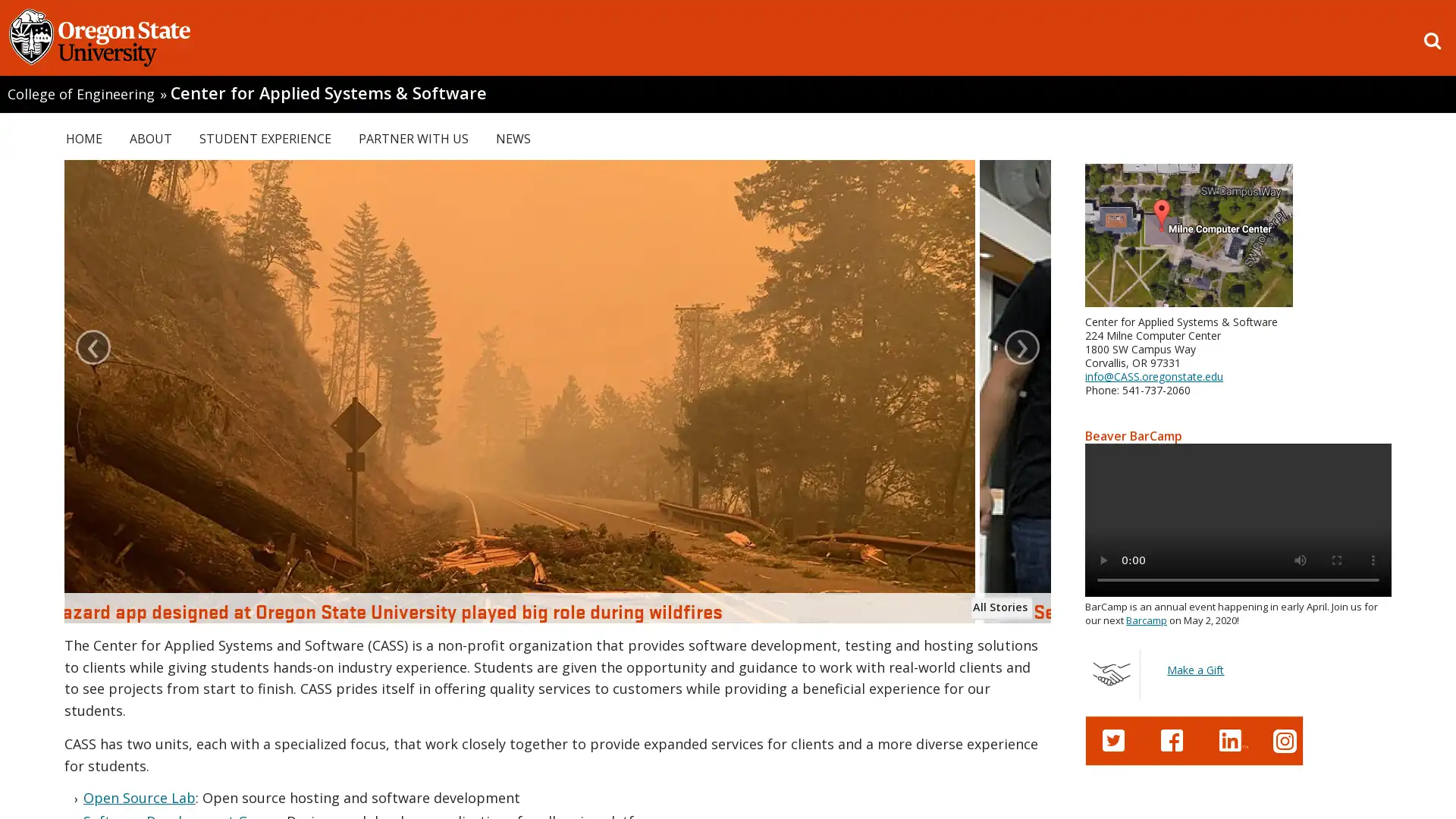 Image resolution: width=1456 pixels, height=819 pixels. I want to click on enter full screen, so click(1335, 559).